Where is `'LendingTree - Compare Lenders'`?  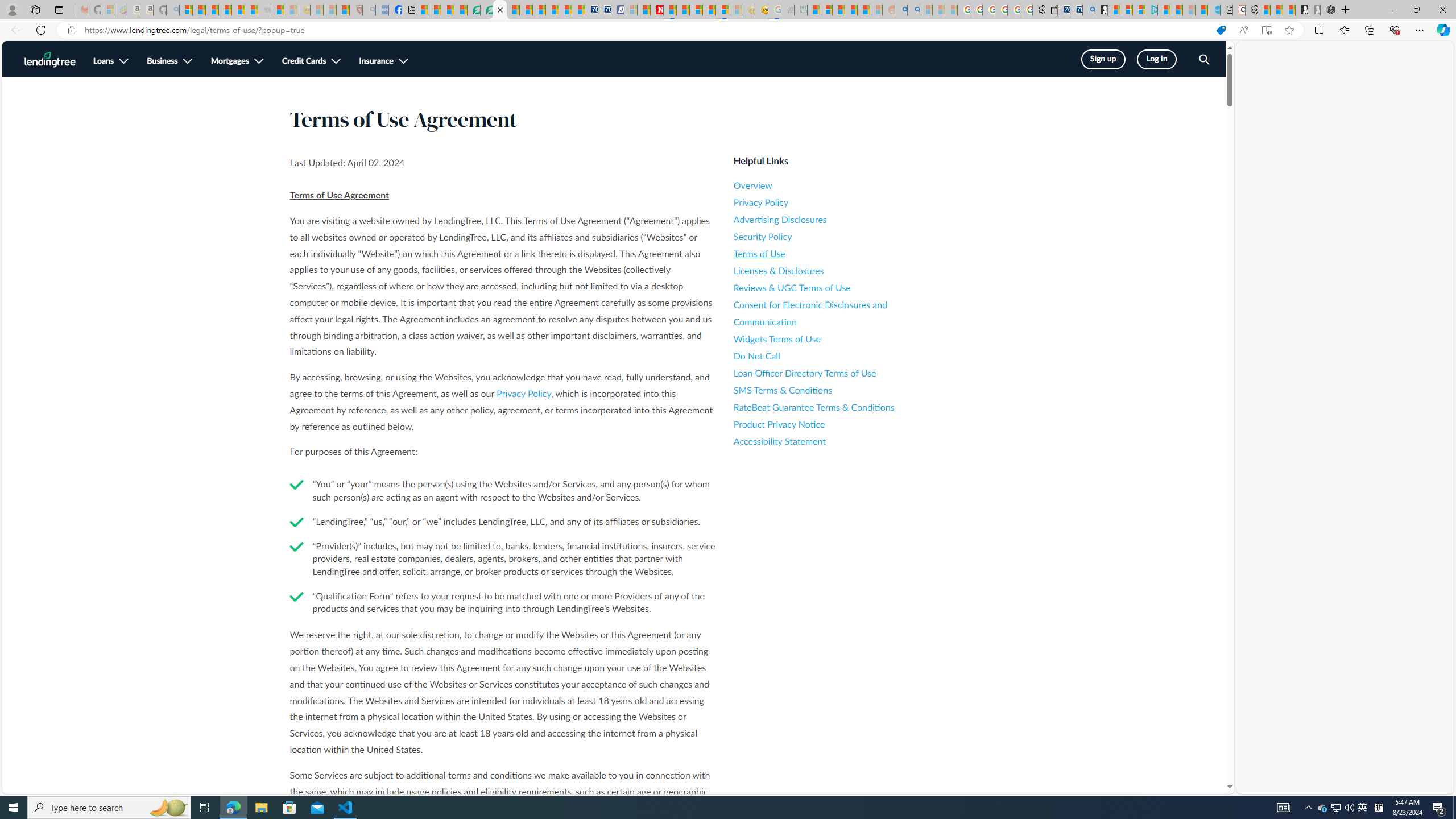 'LendingTree - Compare Lenders' is located at coordinates (473, 9).